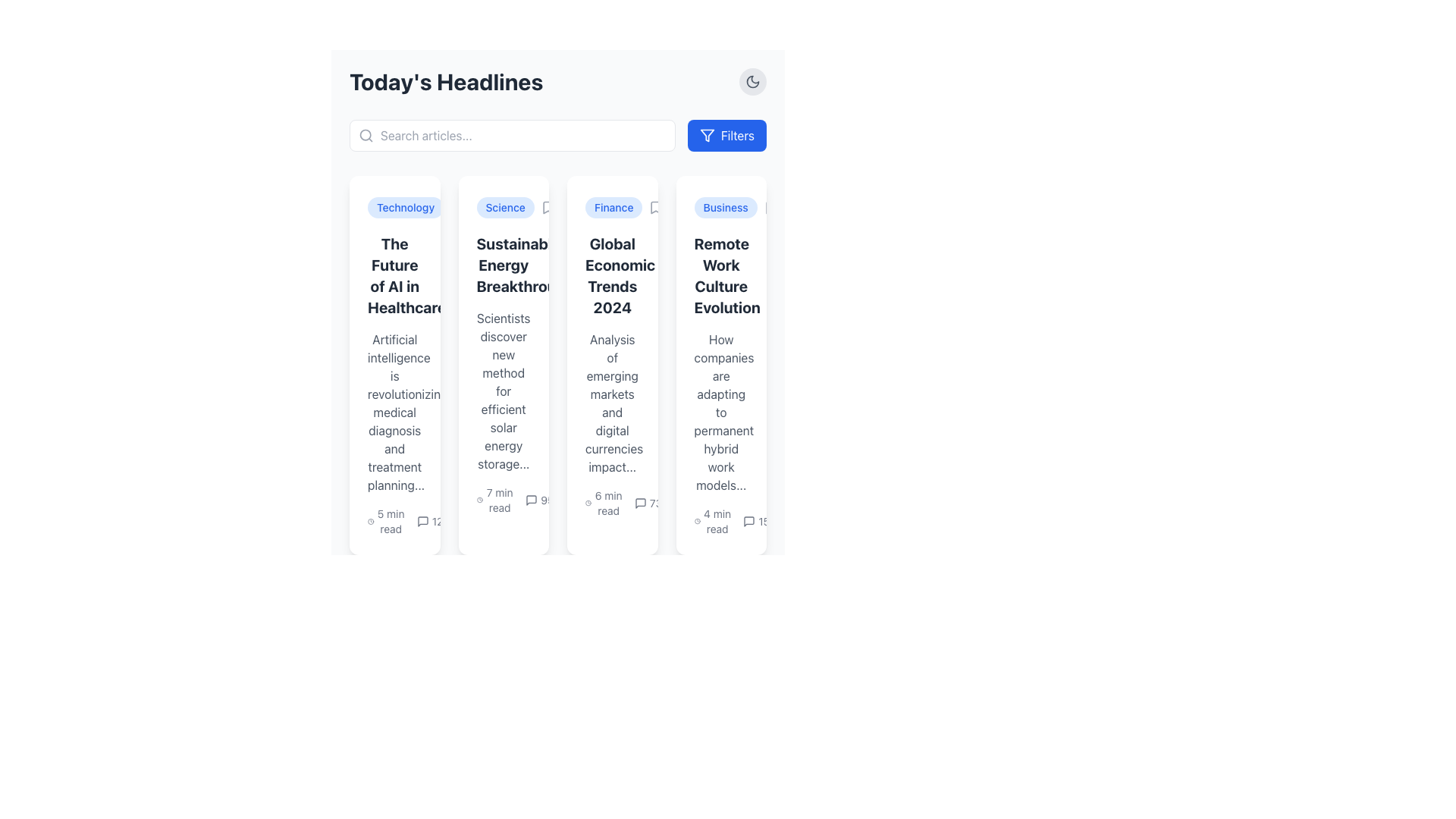 This screenshot has height=819, width=1456. I want to click on the clock icon representing the estimated reading time for the 'Remote Work Culture Evolution' article, located in the information panel before the '4 min read' text, so click(696, 520).